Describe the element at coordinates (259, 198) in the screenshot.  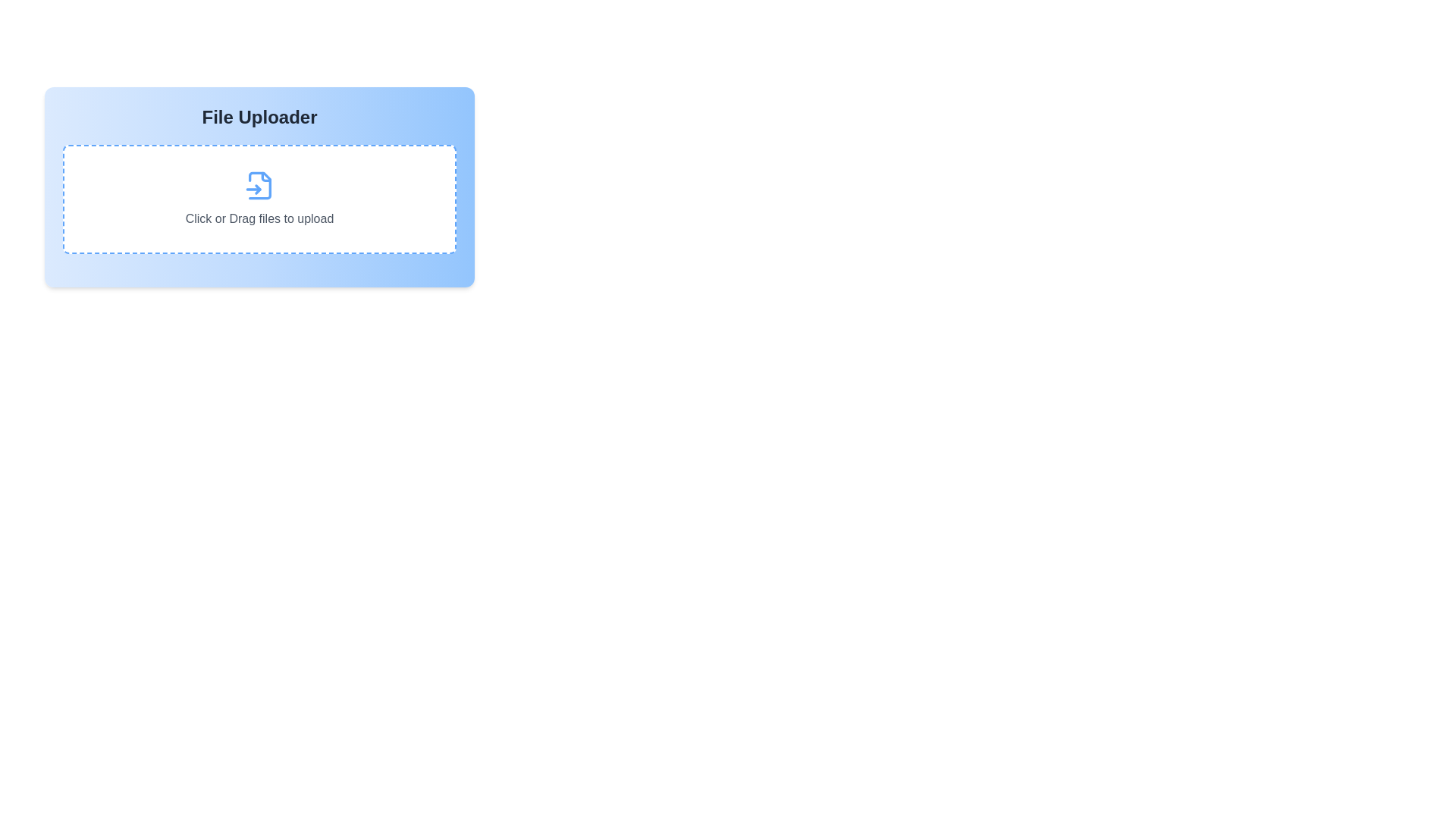
I see `and drop files into the area of the File Upload Box, which is a white rectangle with dashed blue borders and a blue file icon above the text 'Click or Drag files` at that location.